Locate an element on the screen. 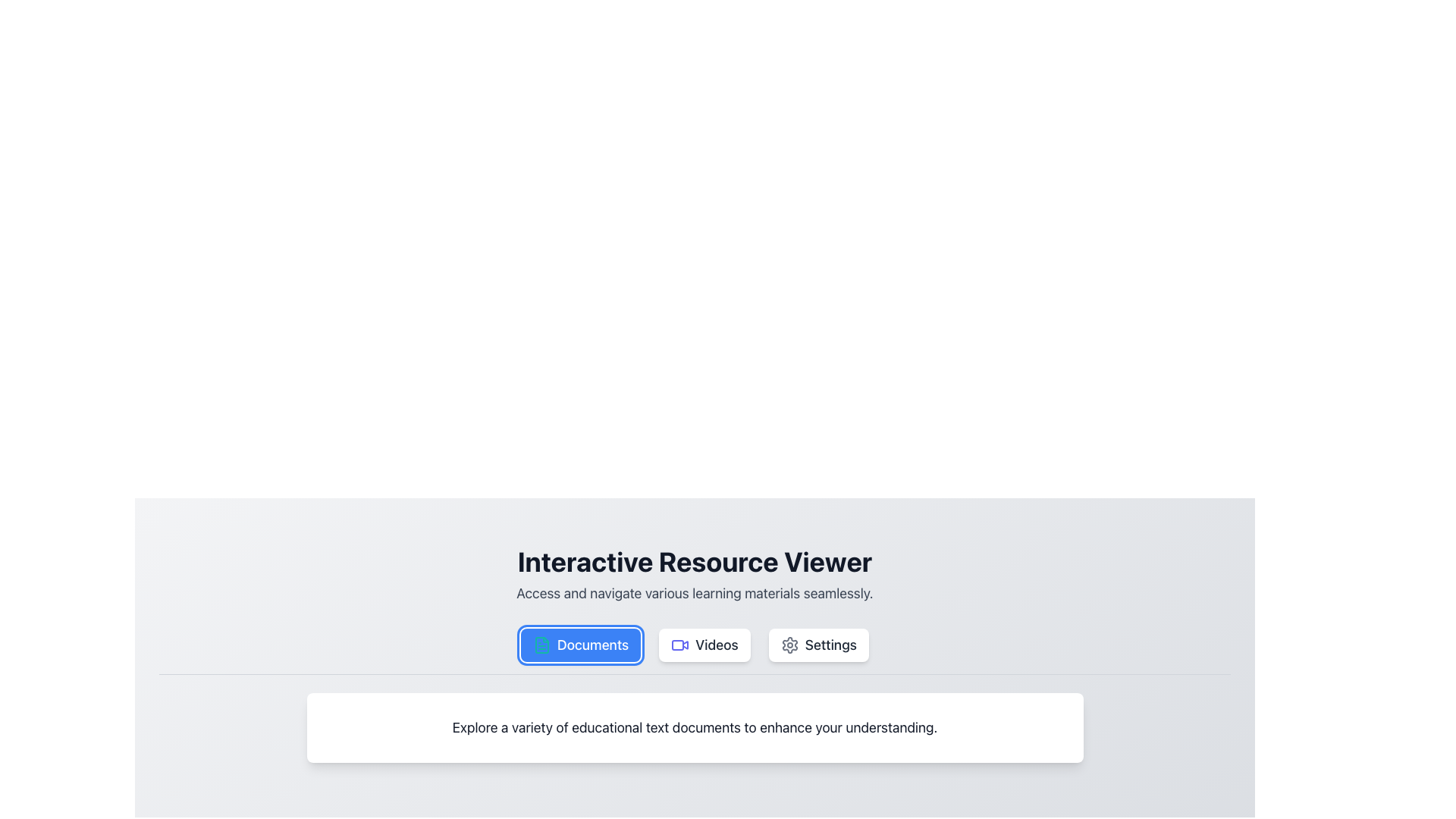 The height and width of the screenshot is (819, 1456). the cogwheel icon located inside the 'Settings' button, which indicates settings or configuration options is located at coordinates (789, 645).